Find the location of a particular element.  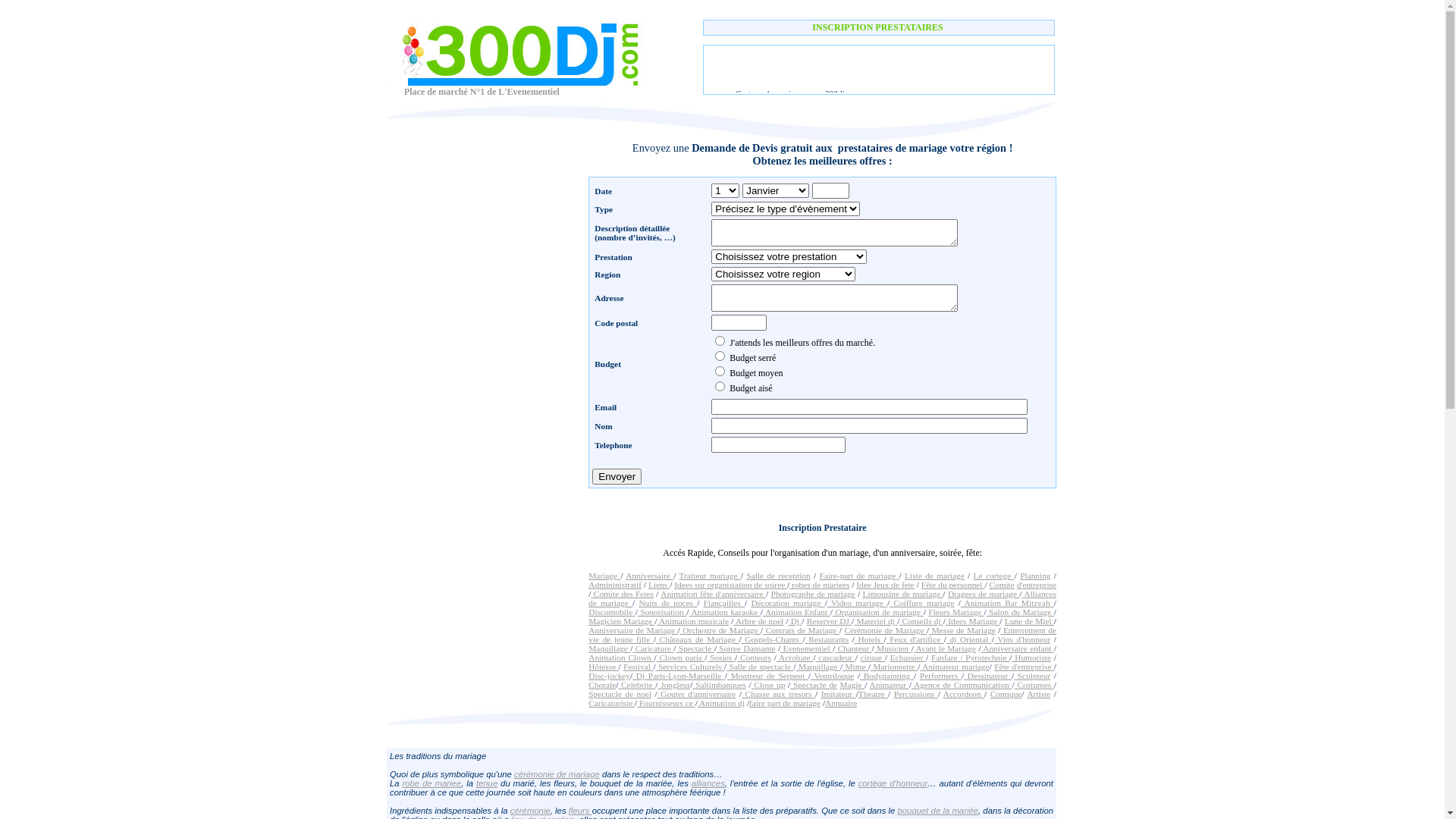

'Services Culturels' is located at coordinates (689, 666).